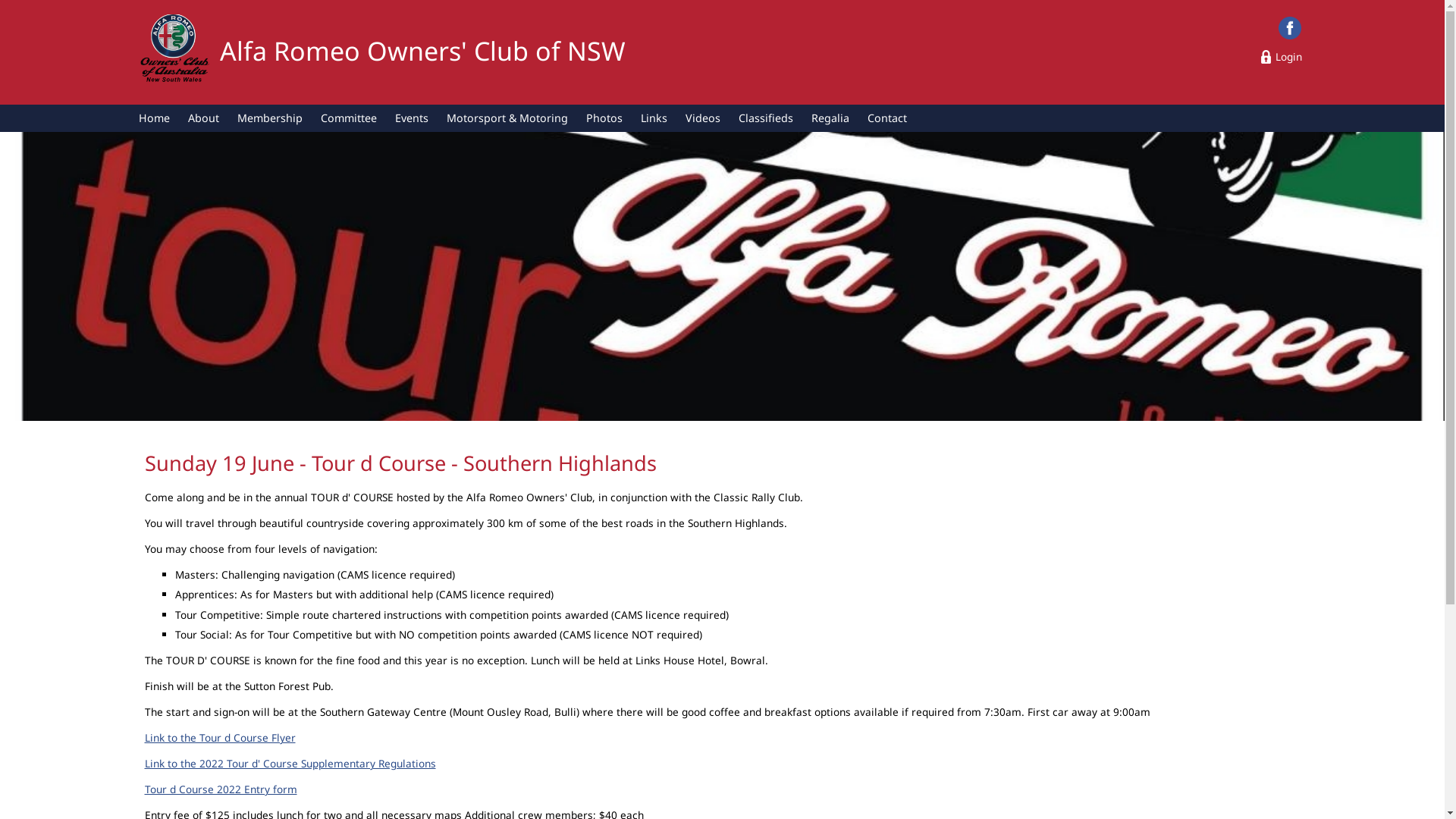 The image size is (1456, 819). Describe the element at coordinates (219, 788) in the screenshot. I see `'Tour d Course 2022 Entry form'` at that location.